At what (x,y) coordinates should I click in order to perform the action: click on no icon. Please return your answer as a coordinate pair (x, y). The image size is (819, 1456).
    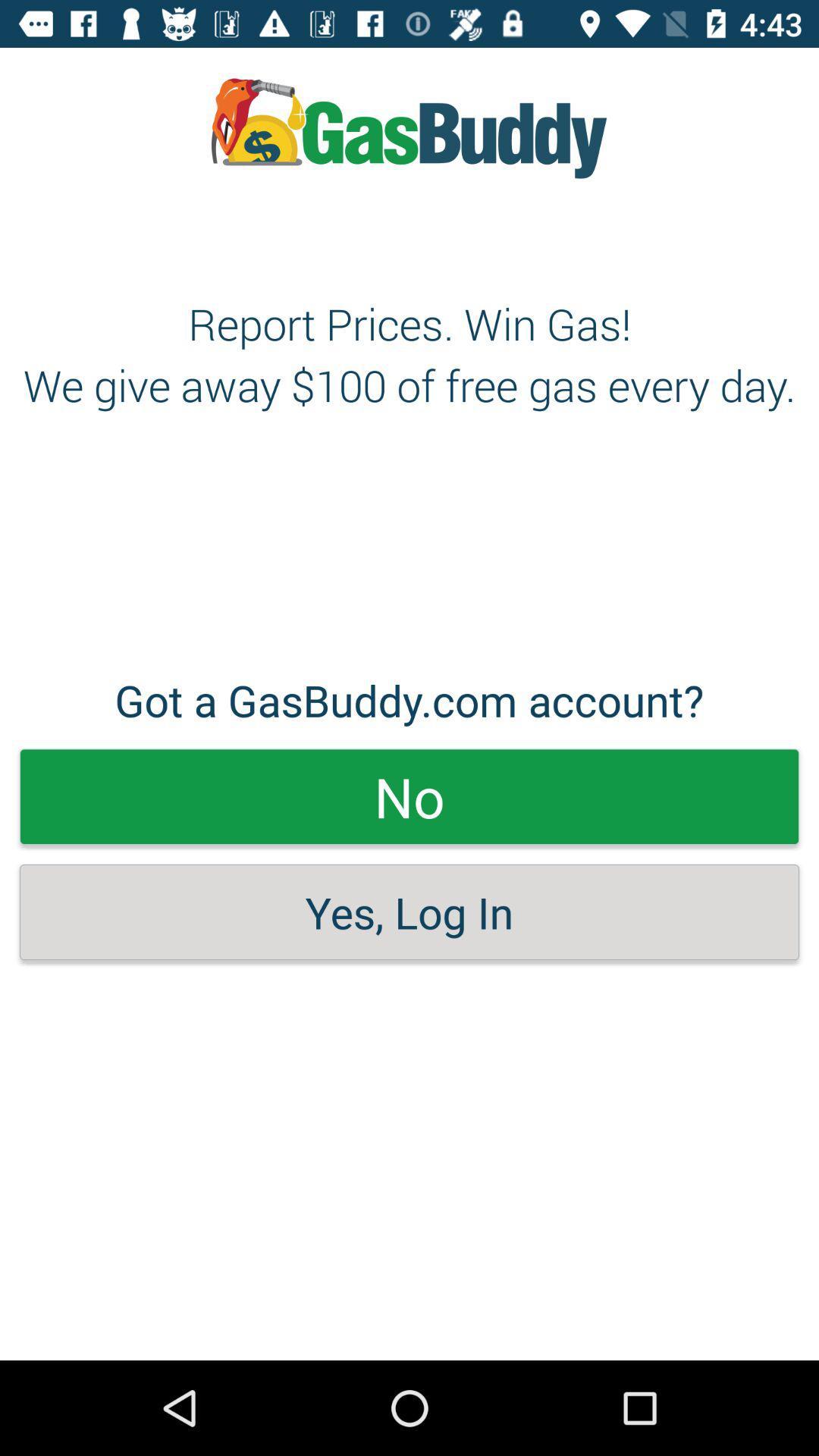
    Looking at the image, I should click on (409, 795).